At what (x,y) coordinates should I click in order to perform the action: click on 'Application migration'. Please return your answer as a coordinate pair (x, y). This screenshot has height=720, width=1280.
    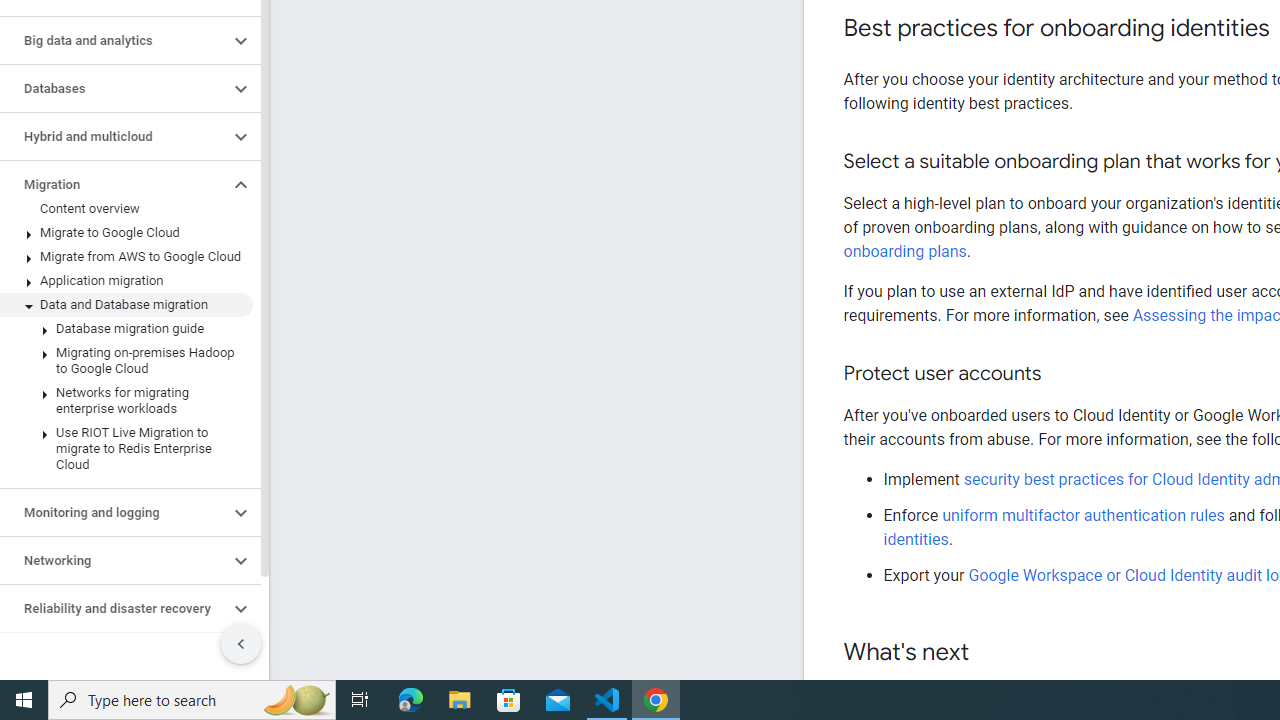
    Looking at the image, I should click on (125, 281).